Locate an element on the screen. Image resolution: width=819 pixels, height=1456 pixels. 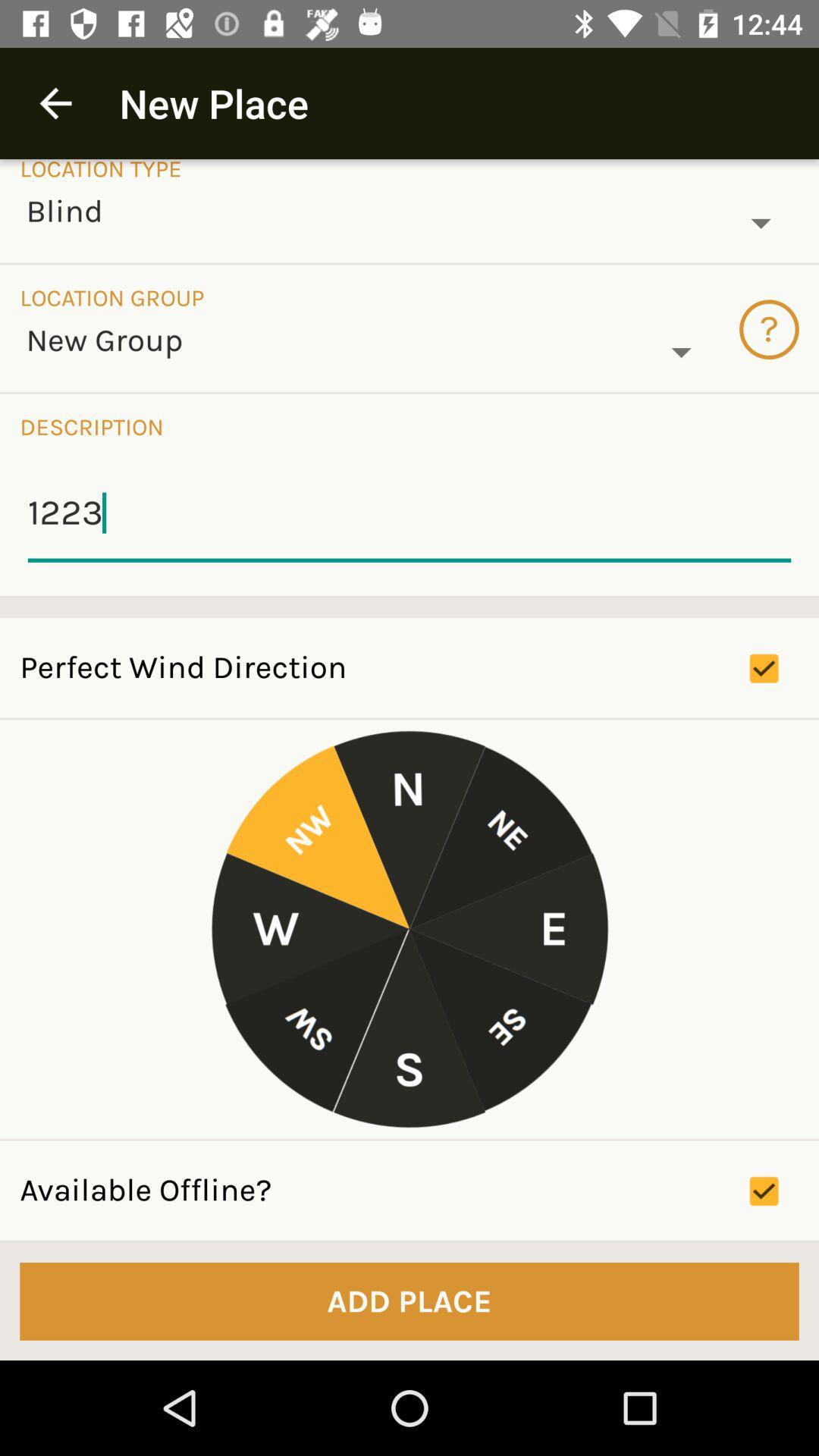
the question mark icon is located at coordinates (769, 328).